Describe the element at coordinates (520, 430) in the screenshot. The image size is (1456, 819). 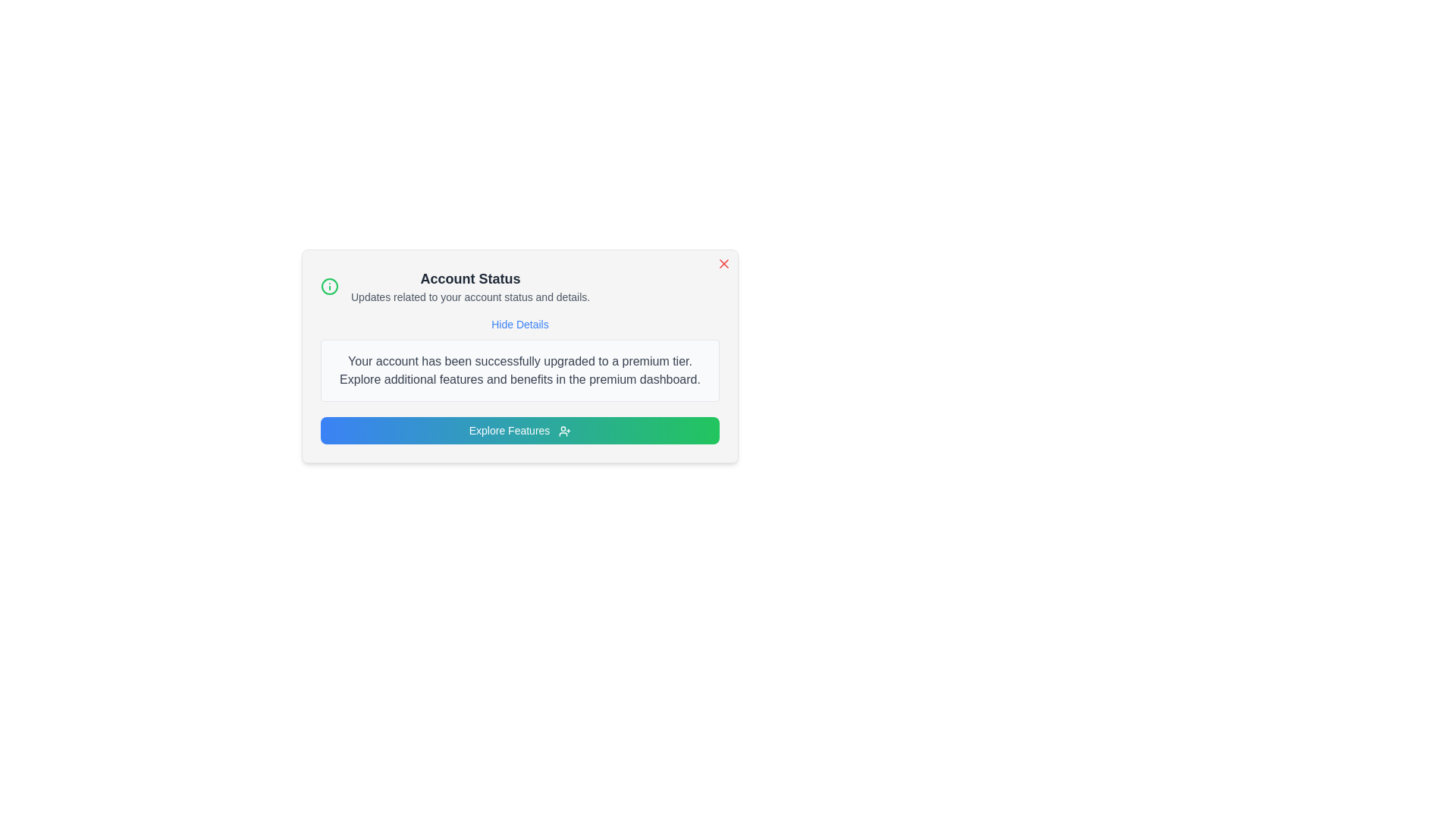
I see `the 'Explore Features' button` at that location.